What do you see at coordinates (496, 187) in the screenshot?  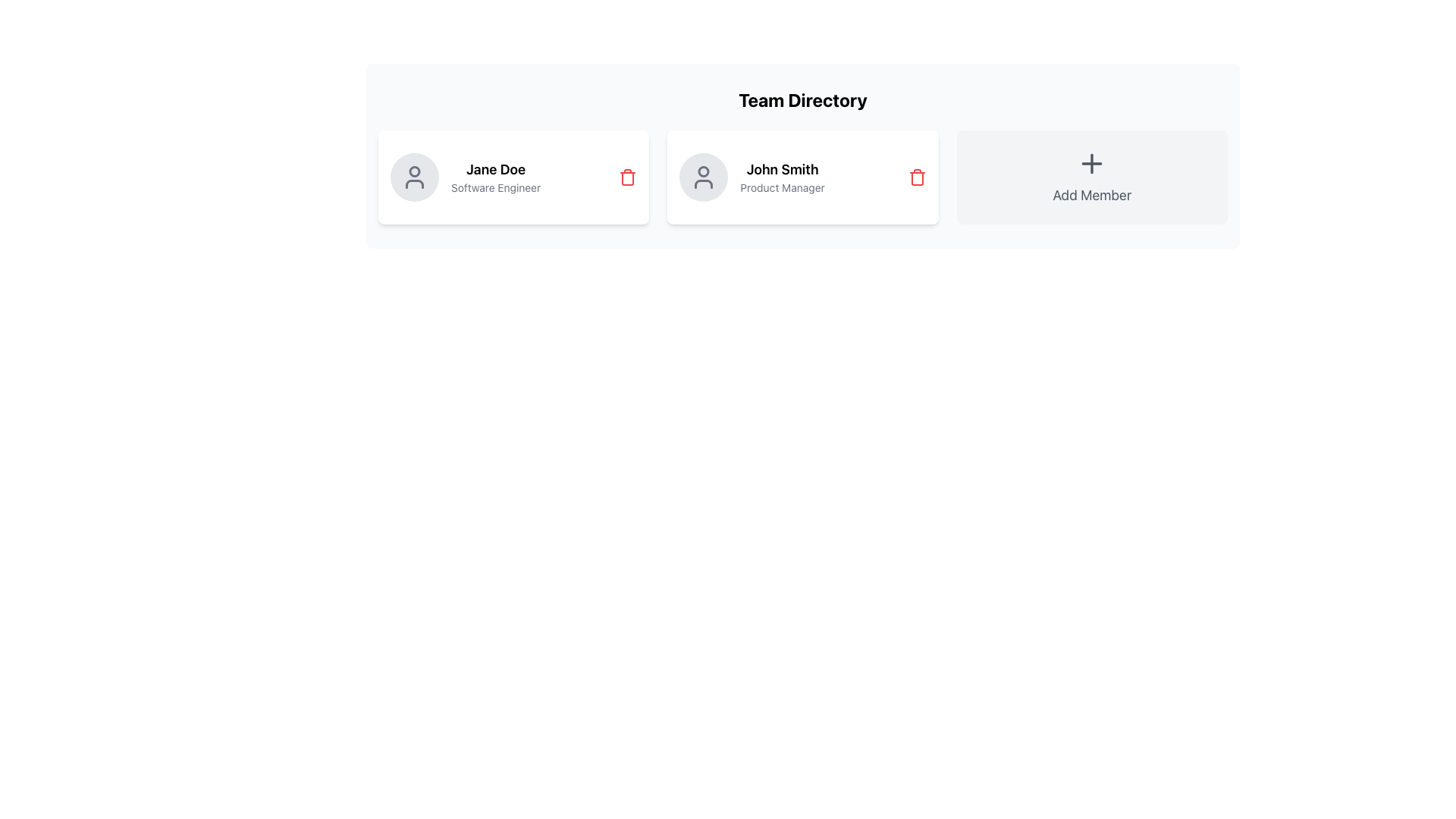 I see `the non-interactive text label that displays the role or title associated with the individual beneath 'Jane Doe' in the Team Directory layout` at bounding box center [496, 187].